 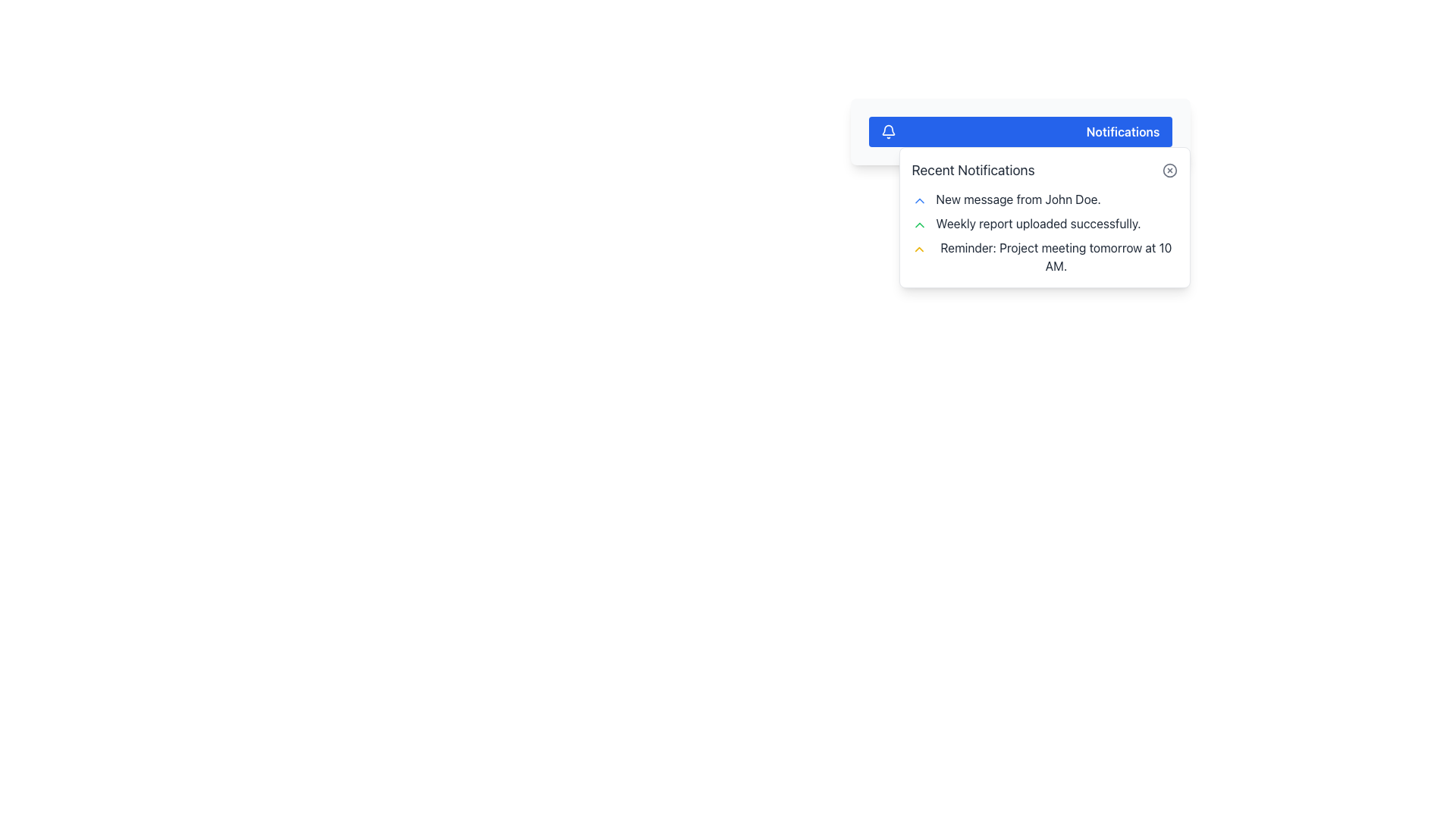 What do you see at coordinates (888, 130) in the screenshot?
I see `the notification icon located at the top-left corner of the notification dropdown` at bounding box center [888, 130].